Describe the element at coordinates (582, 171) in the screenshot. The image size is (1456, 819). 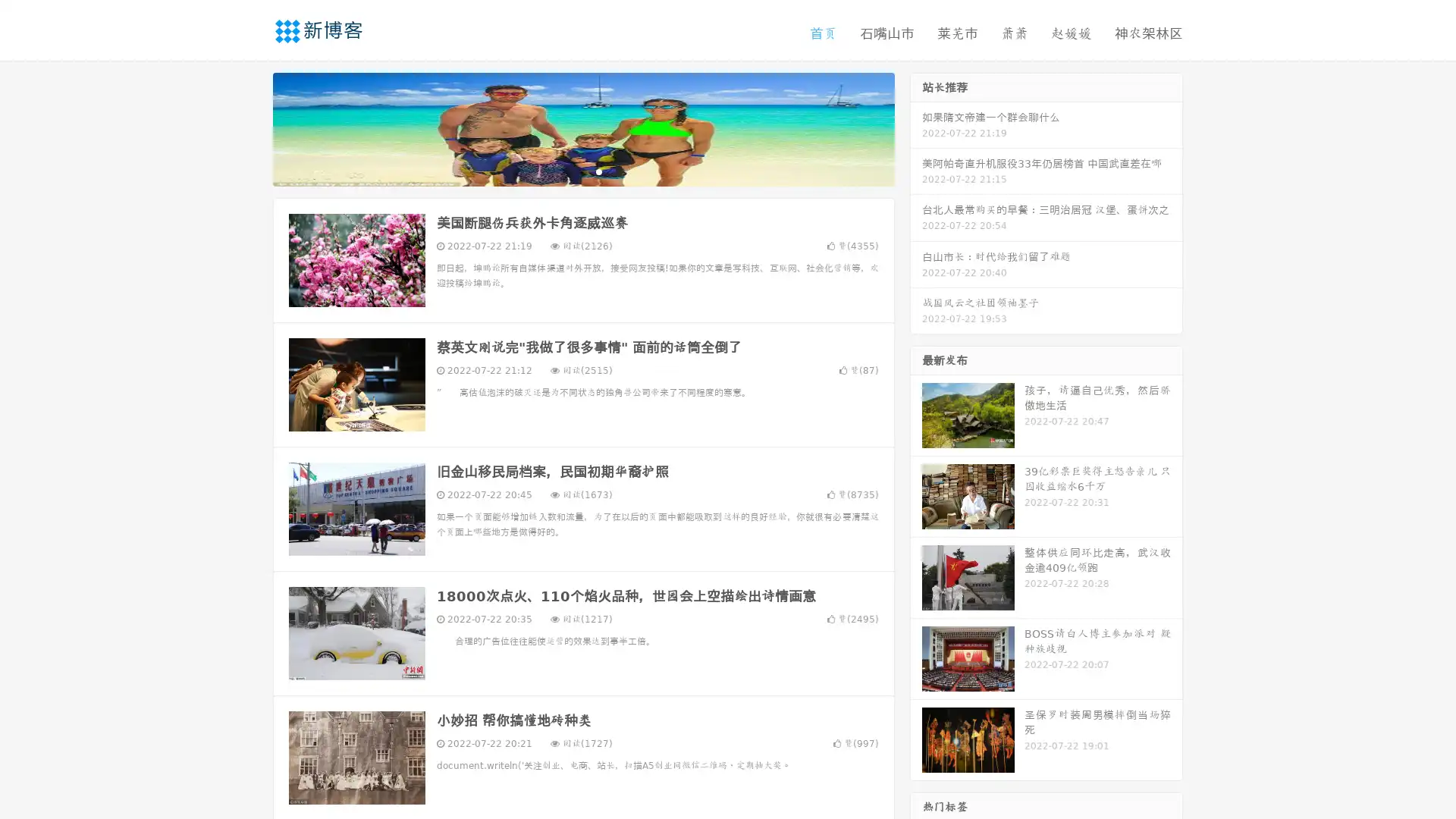
I see `Go to slide 2` at that location.